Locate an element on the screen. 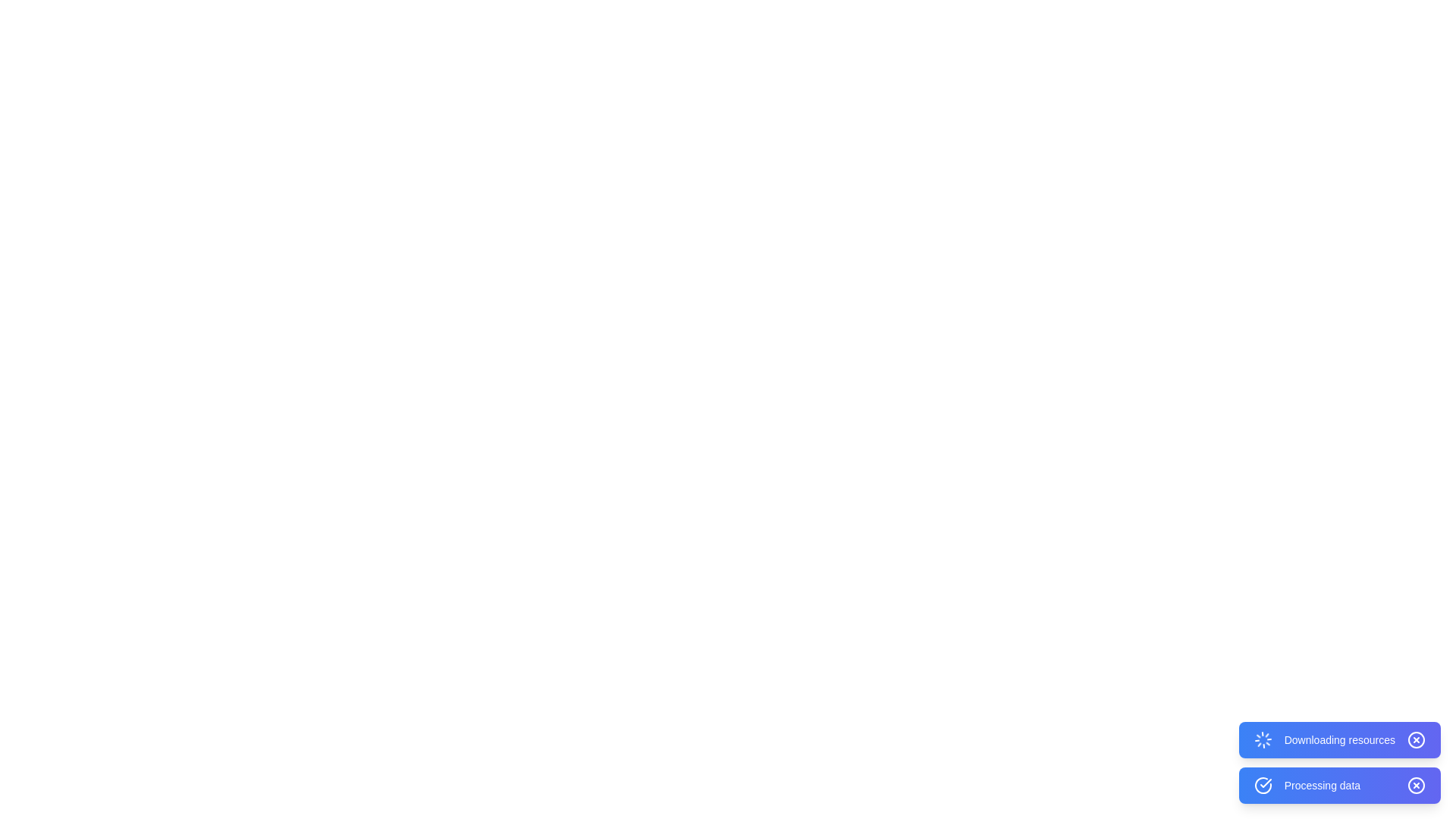 This screenshot has height=819, width=1456. the close button of the notification to close it is located at coordinates (1415, 739).